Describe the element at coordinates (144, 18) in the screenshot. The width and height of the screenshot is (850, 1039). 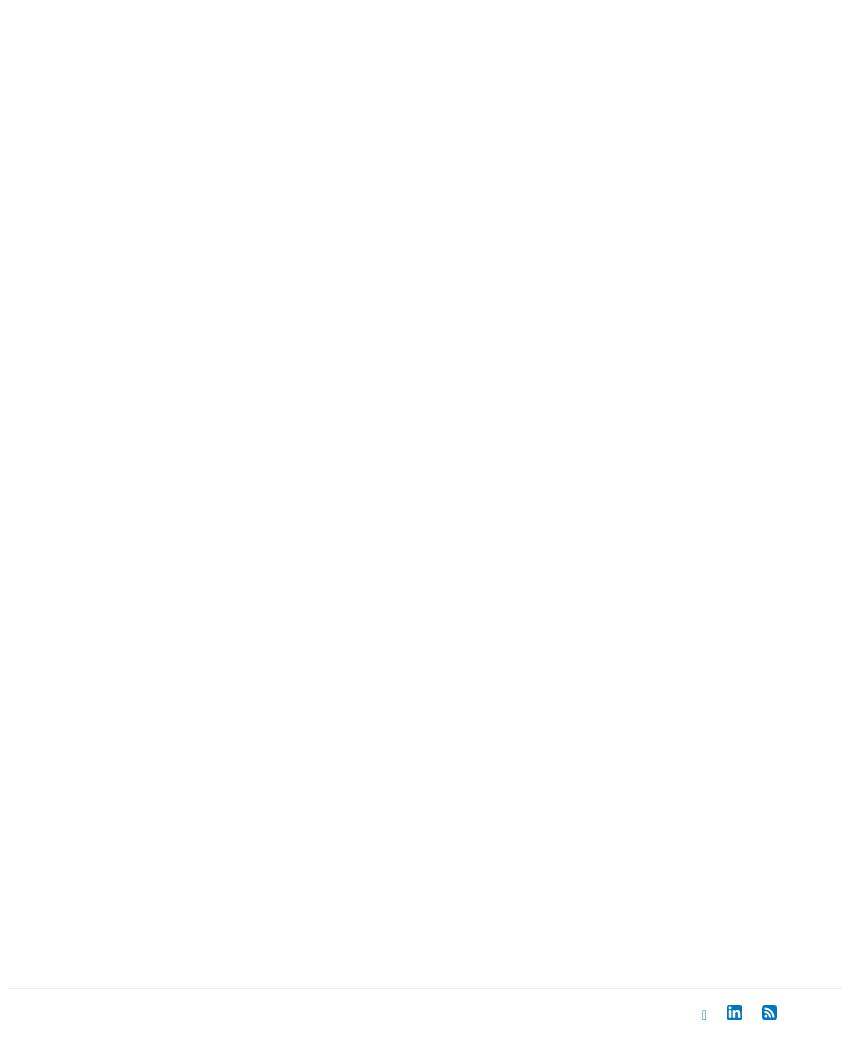
I see `'December 2007'` at that location.